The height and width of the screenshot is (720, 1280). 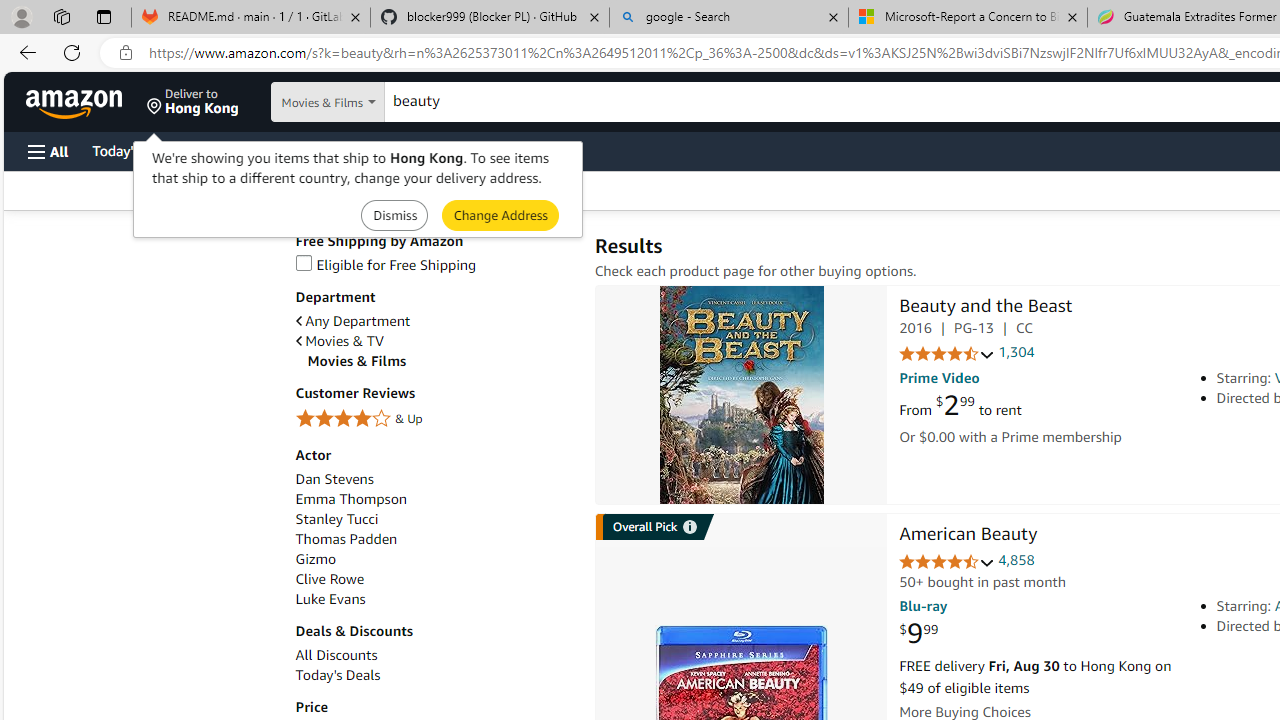 What do you see at coordinates (433, 559) in the screenshot?
I see `'Gizmo'` at bounding box center [433, 559].